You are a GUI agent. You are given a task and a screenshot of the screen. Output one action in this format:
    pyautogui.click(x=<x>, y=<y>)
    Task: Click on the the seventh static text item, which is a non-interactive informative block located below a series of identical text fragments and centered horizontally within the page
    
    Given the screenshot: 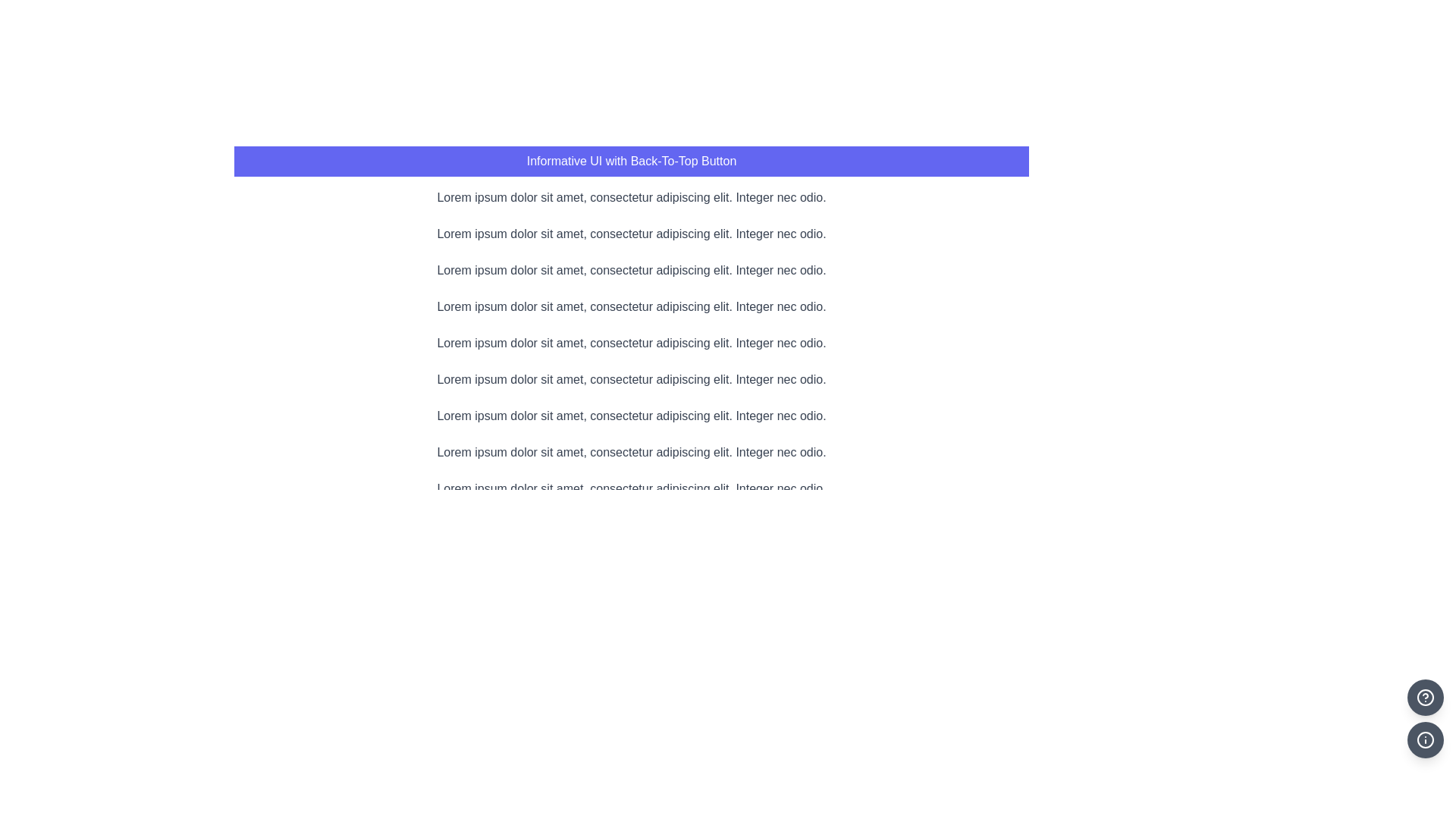 What is the action you would take?
    pyautogui.click(x=632, y=416)
    